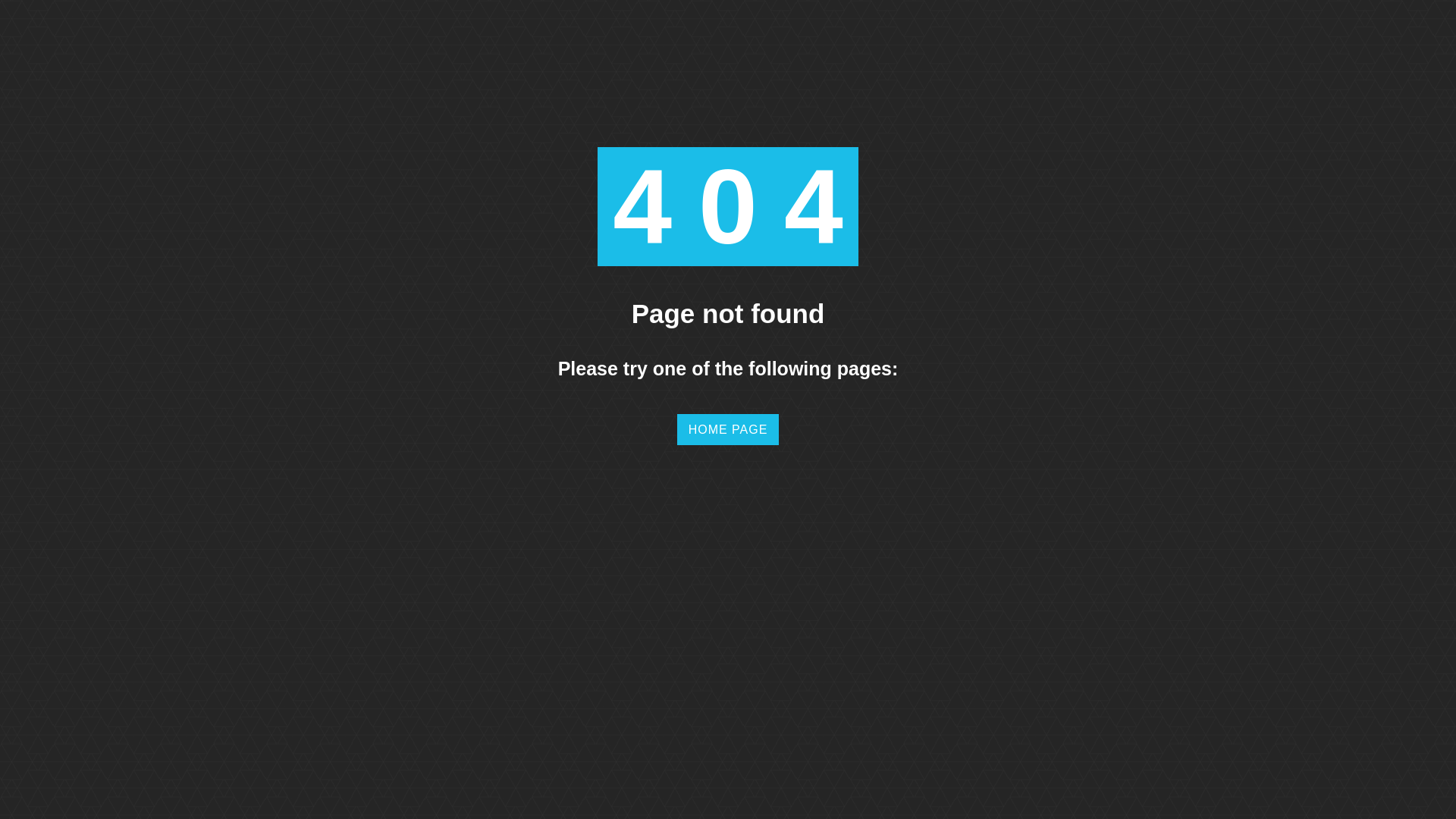  I want to click on 'HOME PAGE', so click(676, 429).